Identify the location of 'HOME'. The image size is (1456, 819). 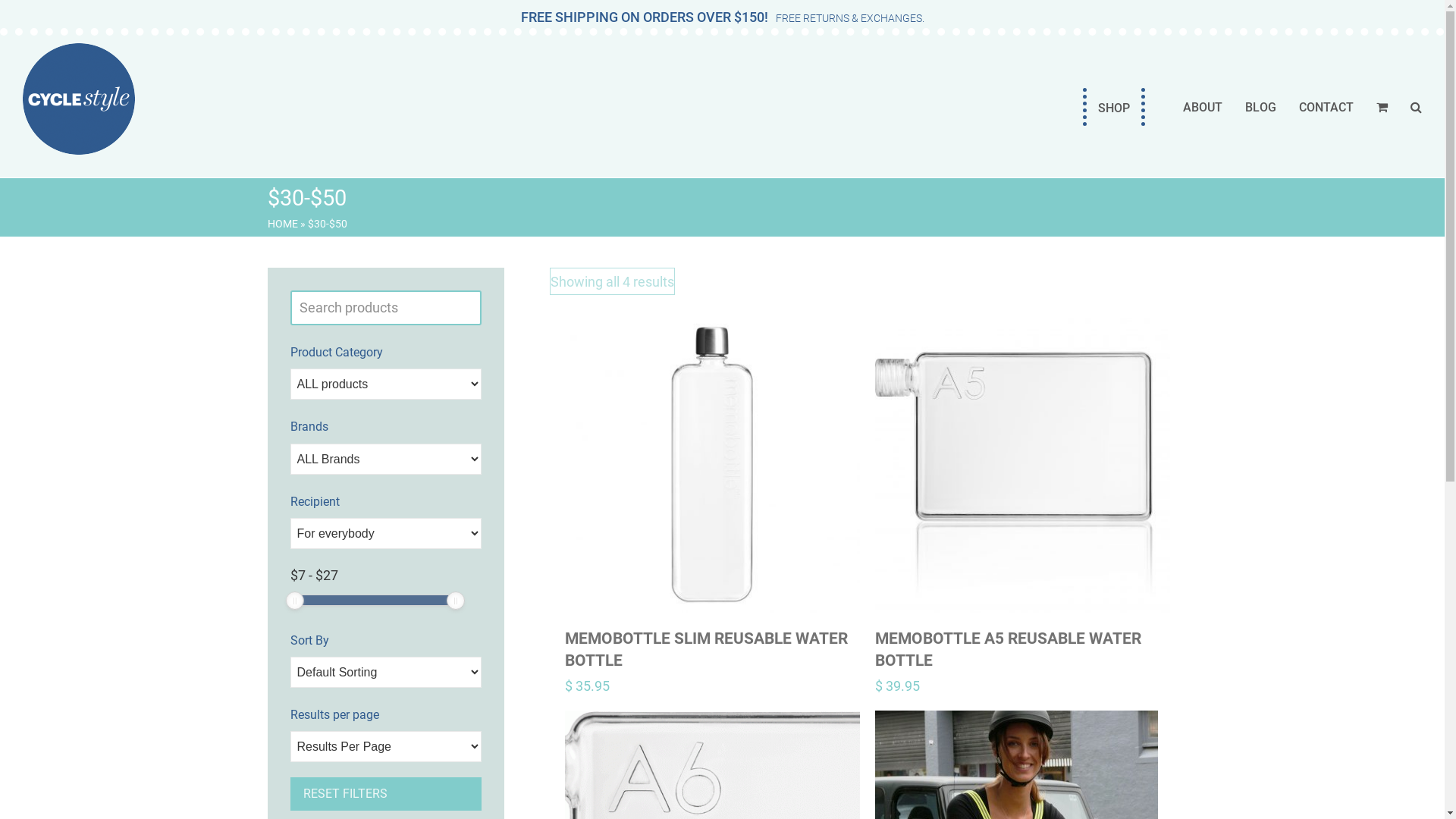
(281, 223).